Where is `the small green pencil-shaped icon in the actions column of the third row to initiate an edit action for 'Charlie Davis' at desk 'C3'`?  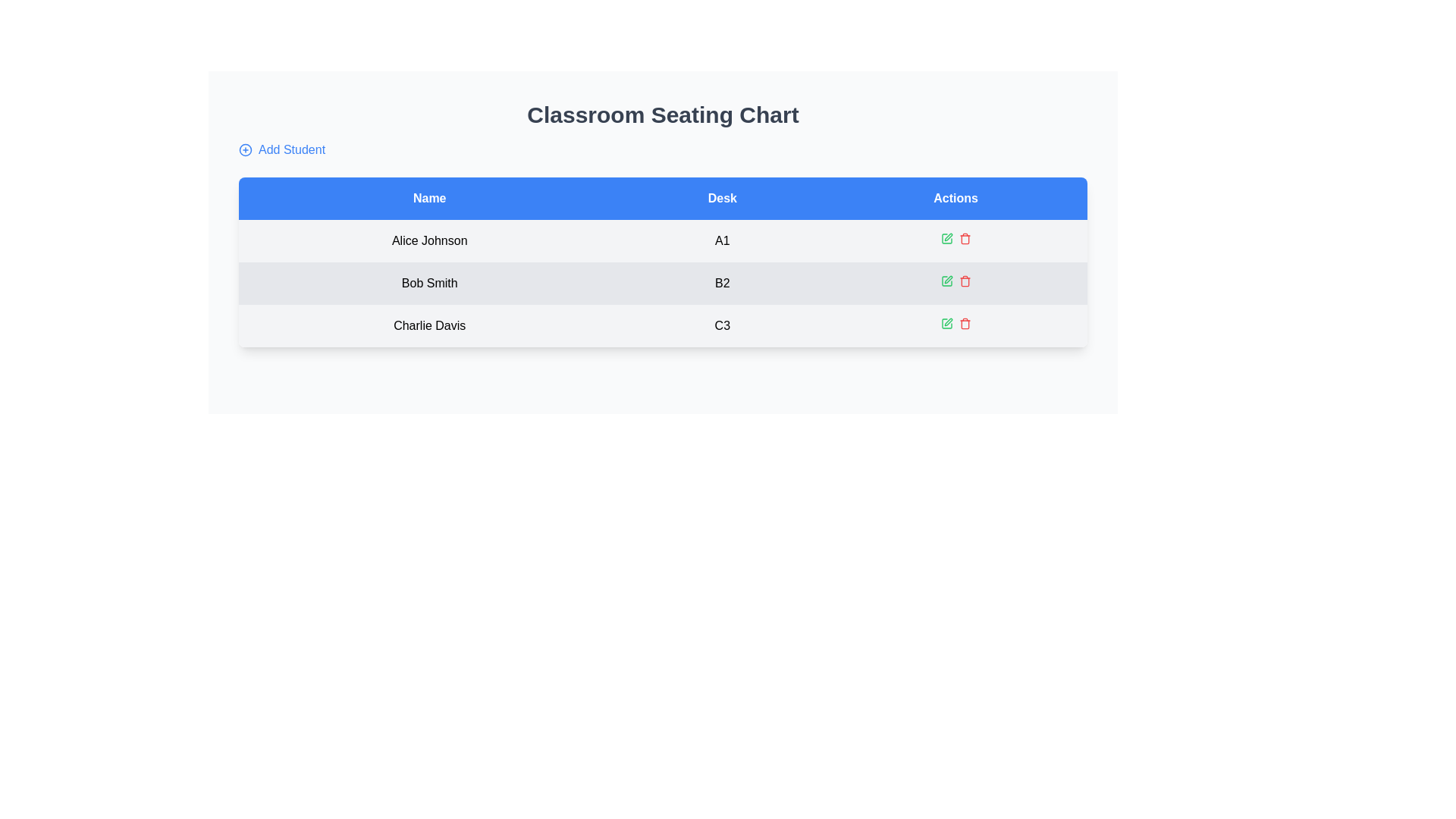
the small green pencil-shaped icon in the actions column of the third row to initiate an edit action for 'Charlie Davis' at desk 'C3' is located at coordinates (946, 321).